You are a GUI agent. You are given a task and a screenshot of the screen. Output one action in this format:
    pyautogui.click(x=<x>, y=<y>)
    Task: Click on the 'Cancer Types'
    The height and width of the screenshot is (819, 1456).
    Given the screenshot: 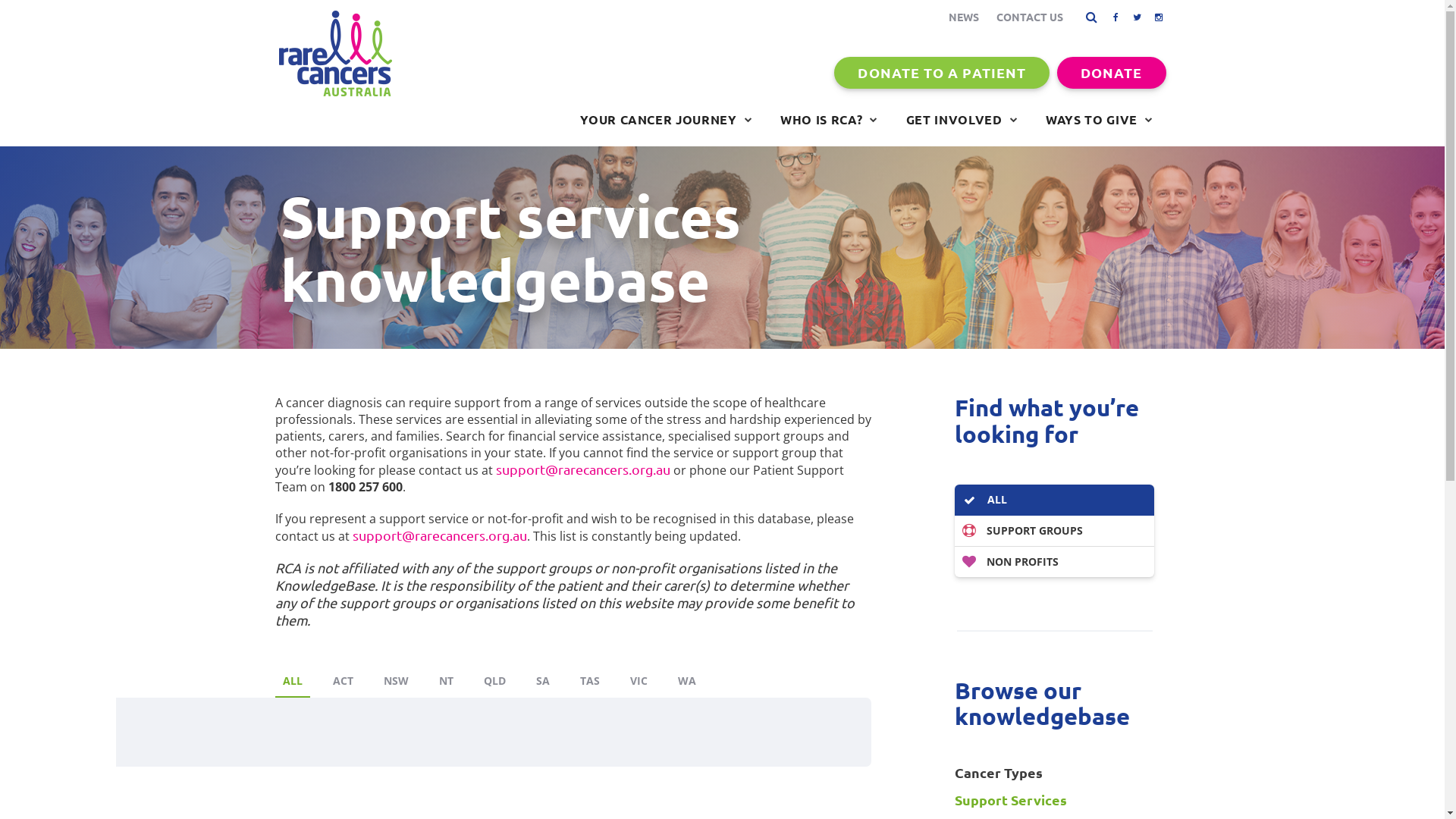 What is the action you would take?
    pyautogui.click(x=1053, y=772)
    